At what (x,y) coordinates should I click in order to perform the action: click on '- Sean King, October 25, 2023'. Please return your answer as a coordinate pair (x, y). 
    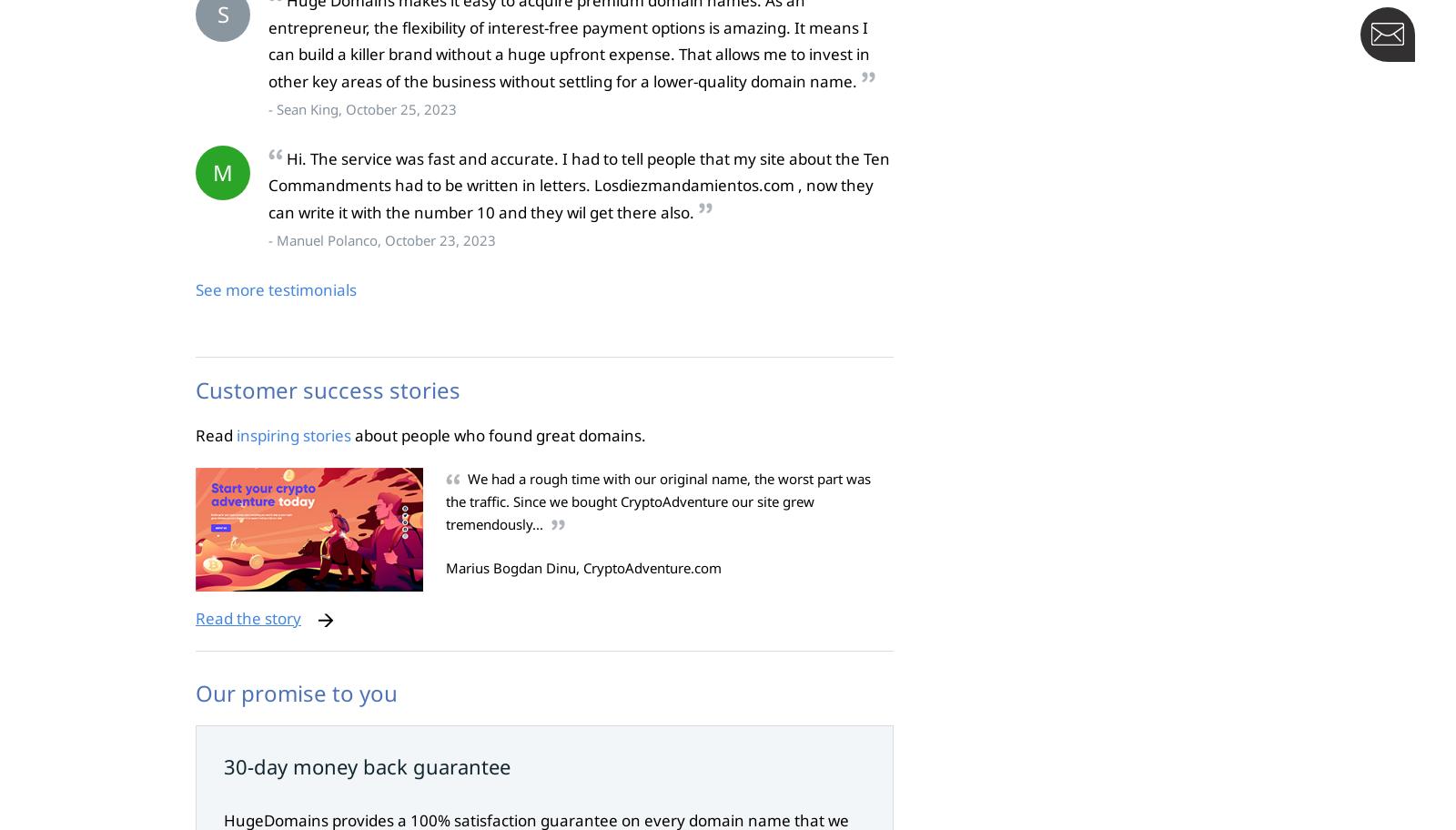
    Looking at the image, I should click on (362, 107).